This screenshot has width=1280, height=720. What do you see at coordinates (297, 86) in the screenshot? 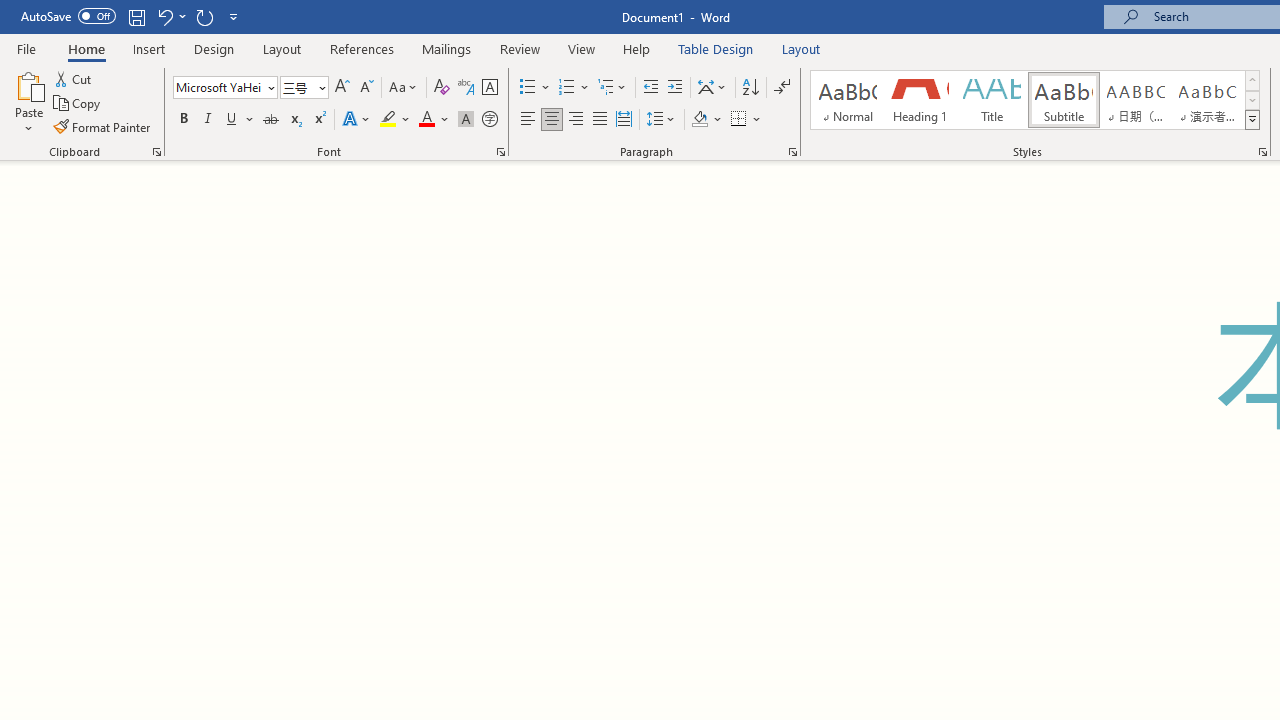
I see `'Font Size'` at bounding box center [297, 86].